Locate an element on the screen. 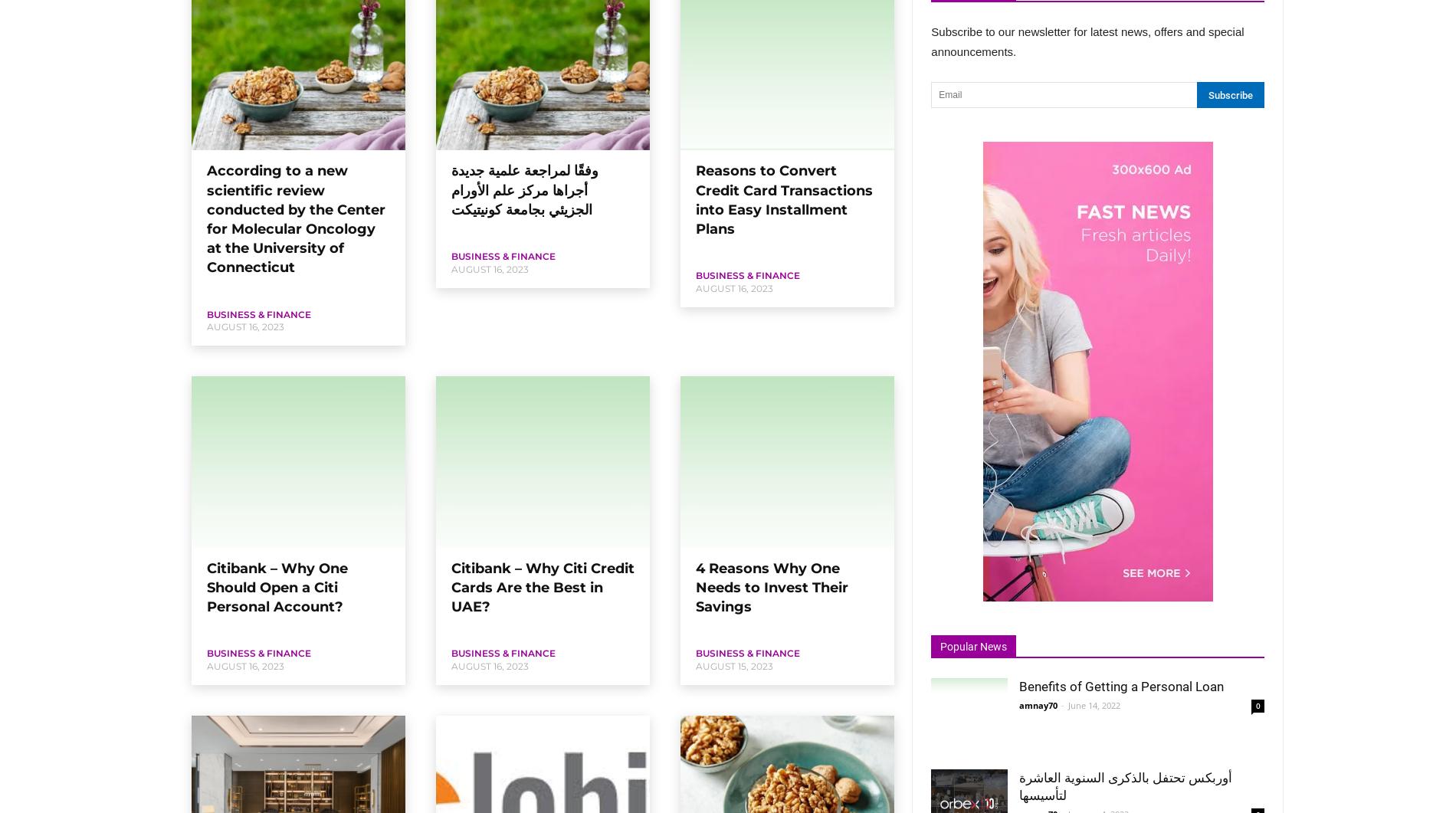  'According to a new scientific review conducted by the Center for Molecular Oncology at the University of Connecticut' is located at coordinates (295, 218).